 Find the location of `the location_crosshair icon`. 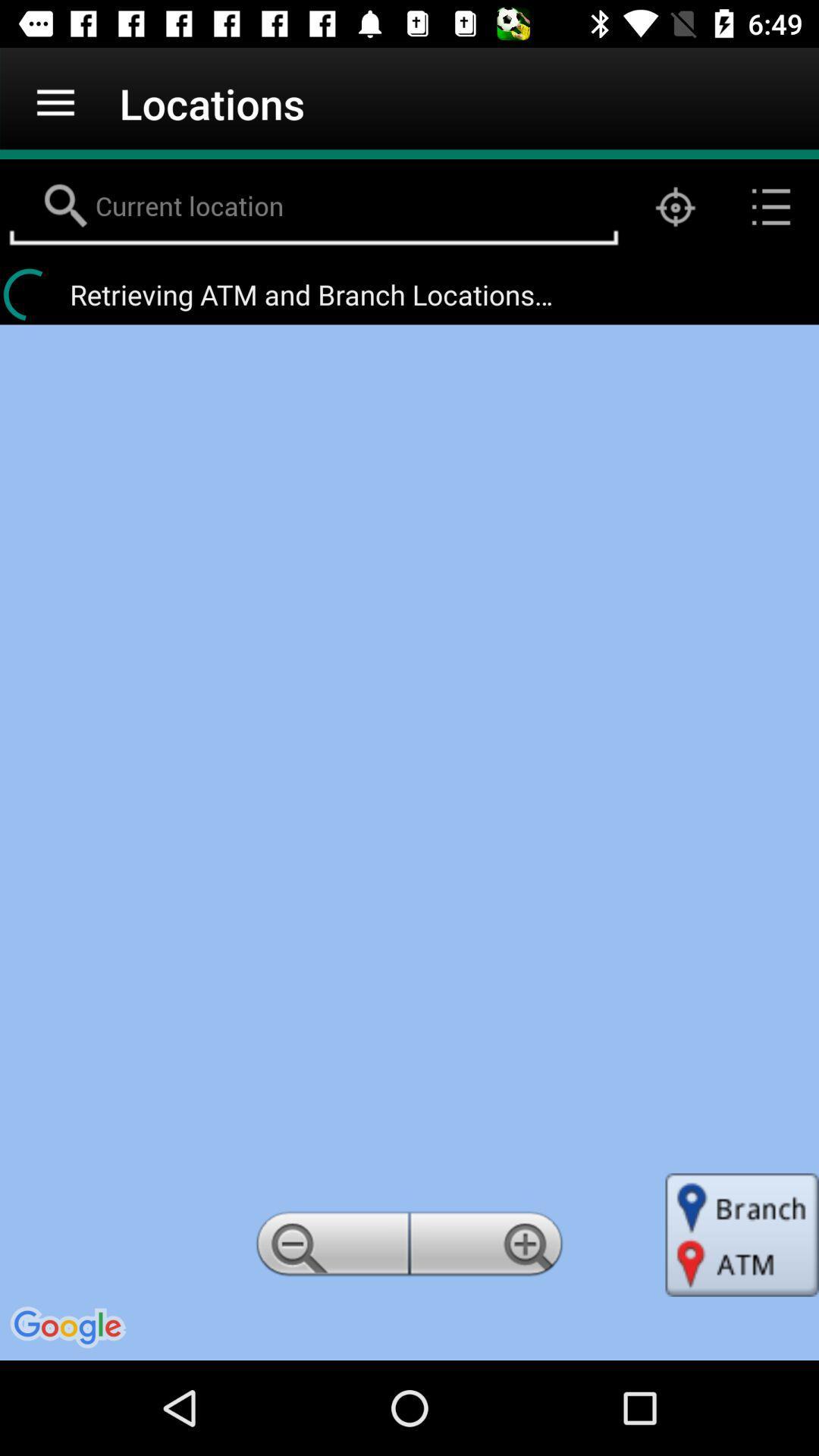

the location_crosshair icon is located at coordinates (675, 206).